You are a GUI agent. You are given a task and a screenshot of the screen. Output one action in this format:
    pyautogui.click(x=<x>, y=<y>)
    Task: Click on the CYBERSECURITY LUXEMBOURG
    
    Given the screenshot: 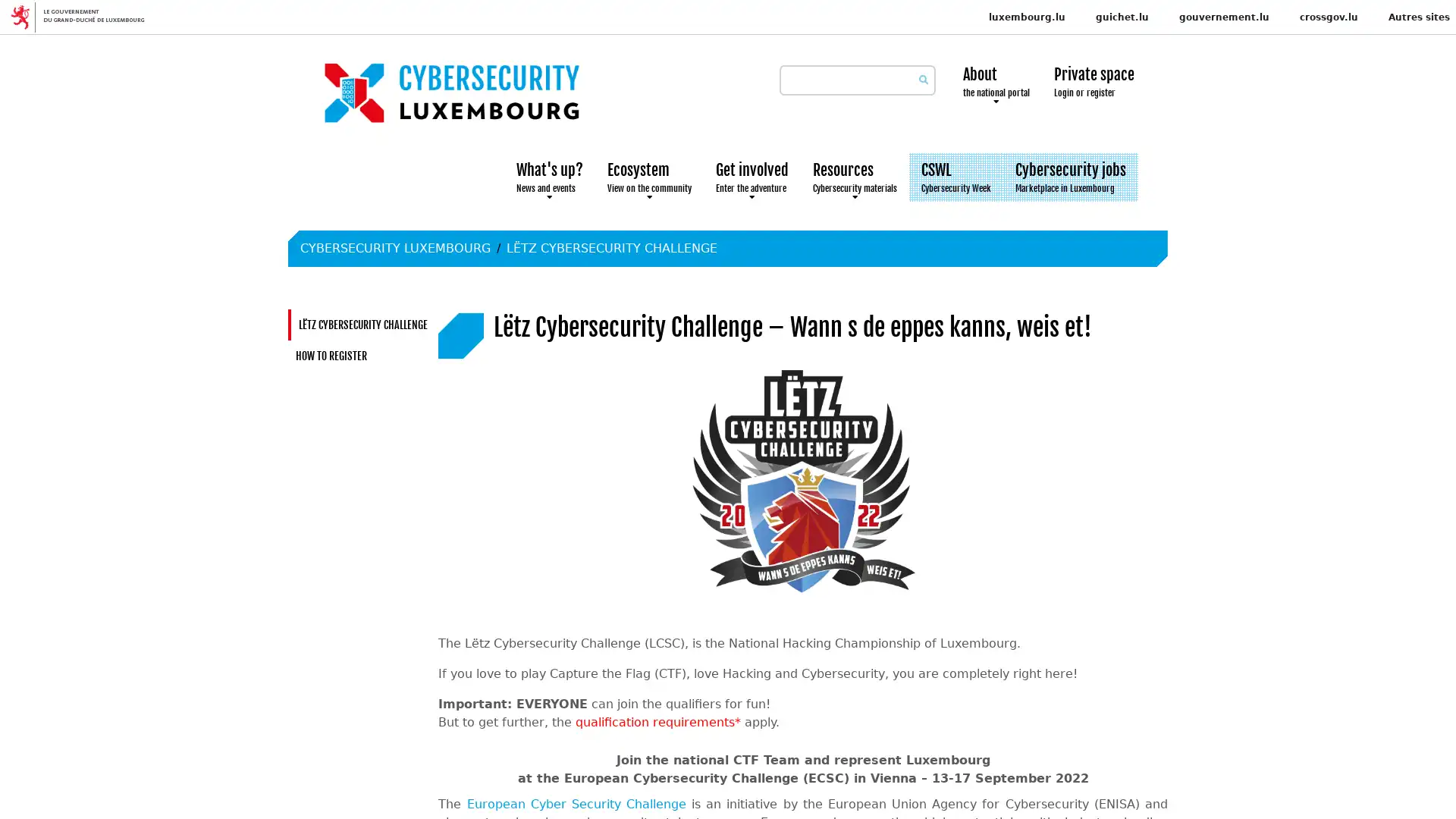 What is the action you would take?
    pyautogui.click(x=395, y=247)
    